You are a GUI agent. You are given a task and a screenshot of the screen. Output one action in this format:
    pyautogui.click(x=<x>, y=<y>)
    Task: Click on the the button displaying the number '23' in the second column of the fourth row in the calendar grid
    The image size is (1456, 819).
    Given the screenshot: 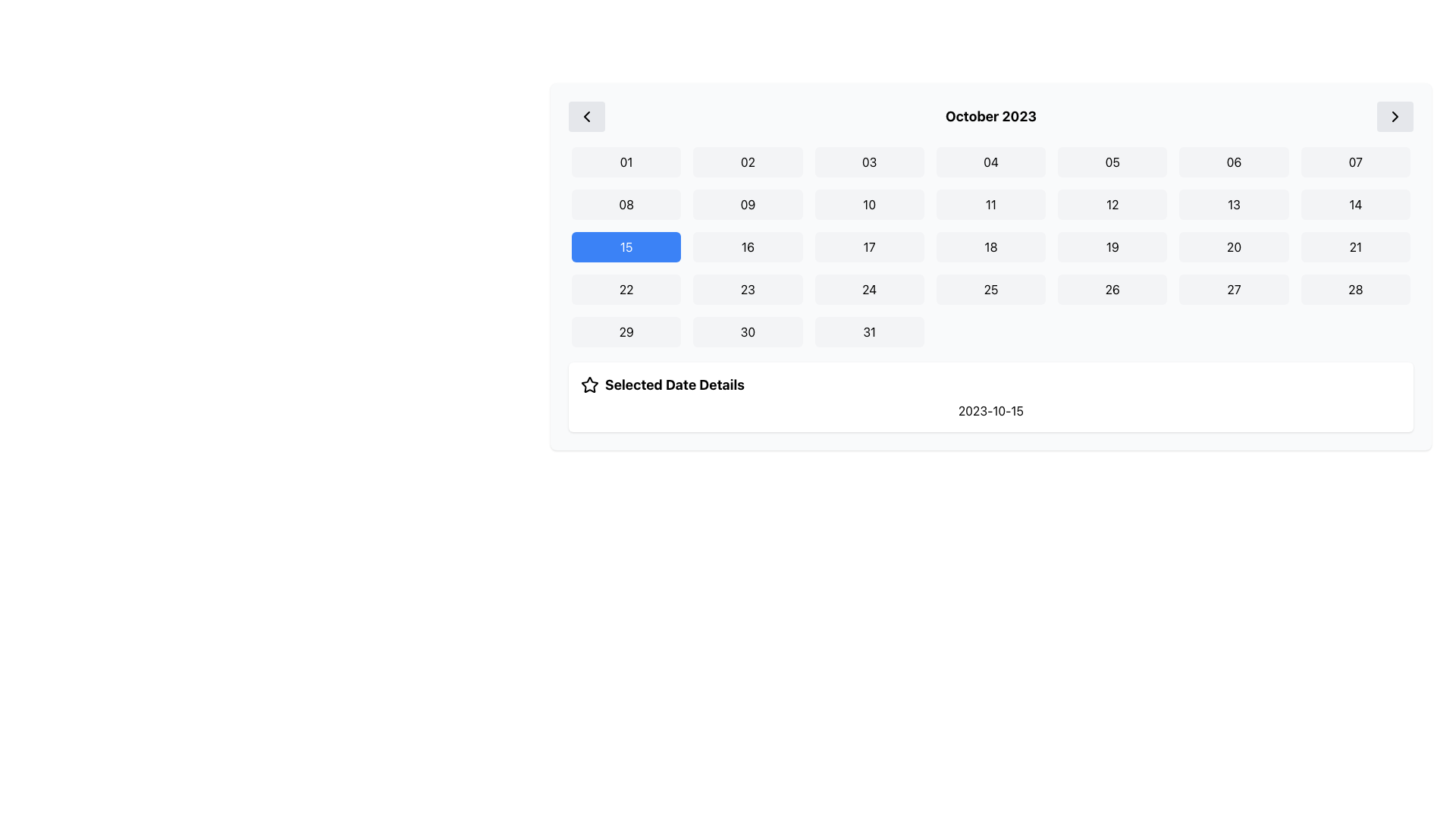 What is the action you would take?
    pyautogui.click(x=748, y=289)
    